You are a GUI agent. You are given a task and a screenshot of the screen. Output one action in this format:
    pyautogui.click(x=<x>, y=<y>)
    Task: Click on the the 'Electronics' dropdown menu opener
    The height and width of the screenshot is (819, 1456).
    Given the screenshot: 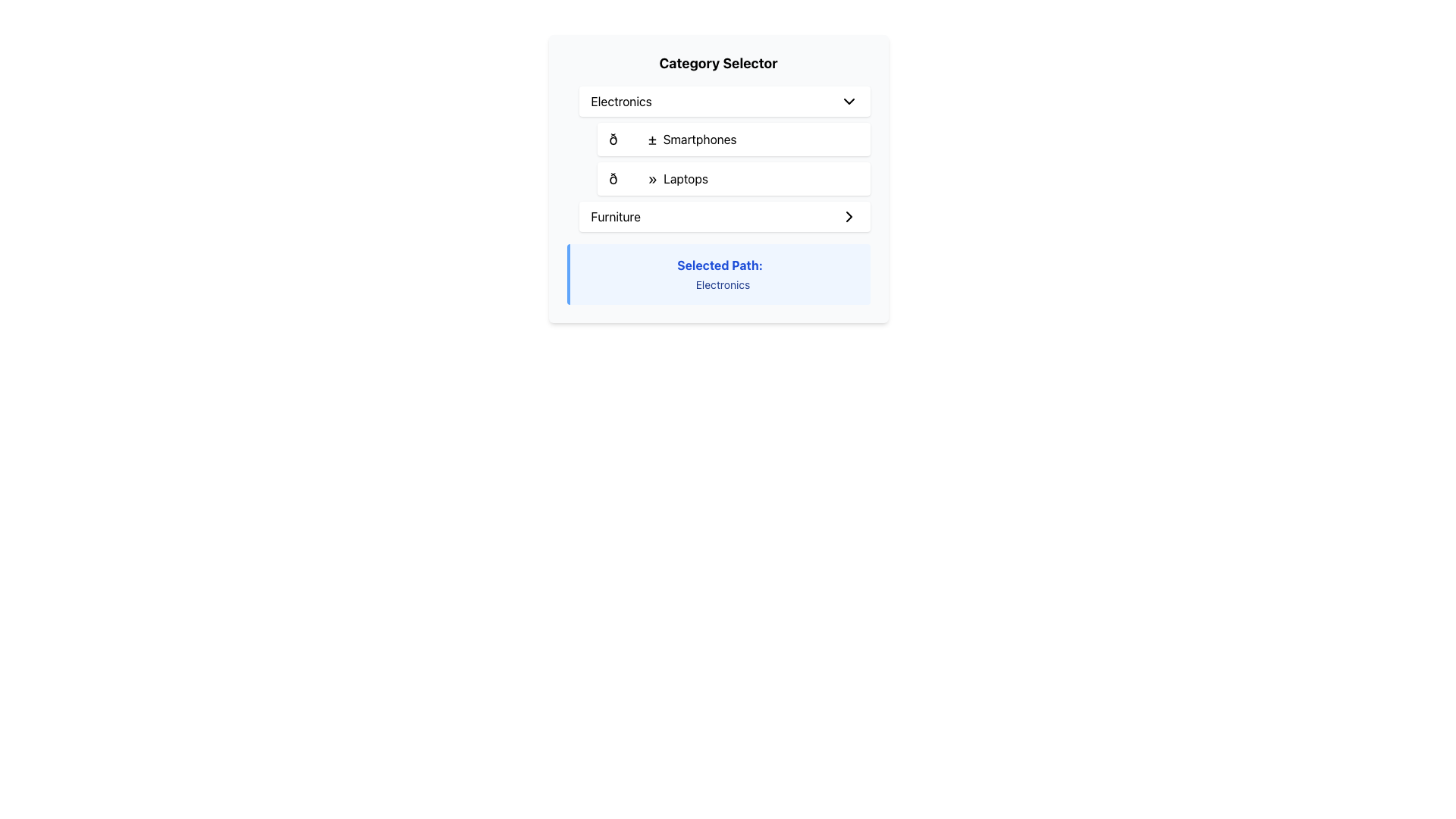 What is the action you would take?
    pyautogui.click(x=723, y=102)
    